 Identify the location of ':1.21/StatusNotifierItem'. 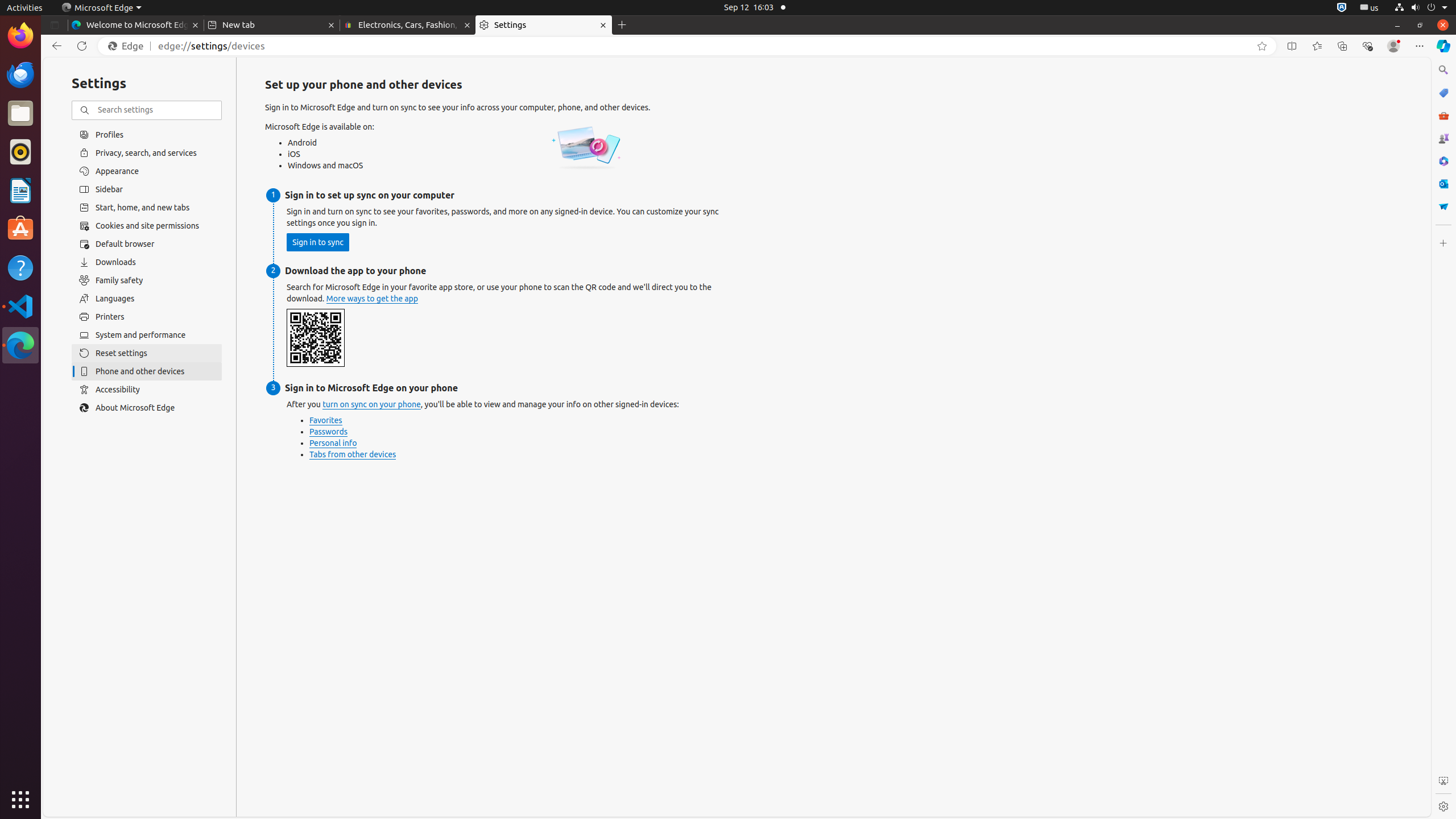
(1368, 7).